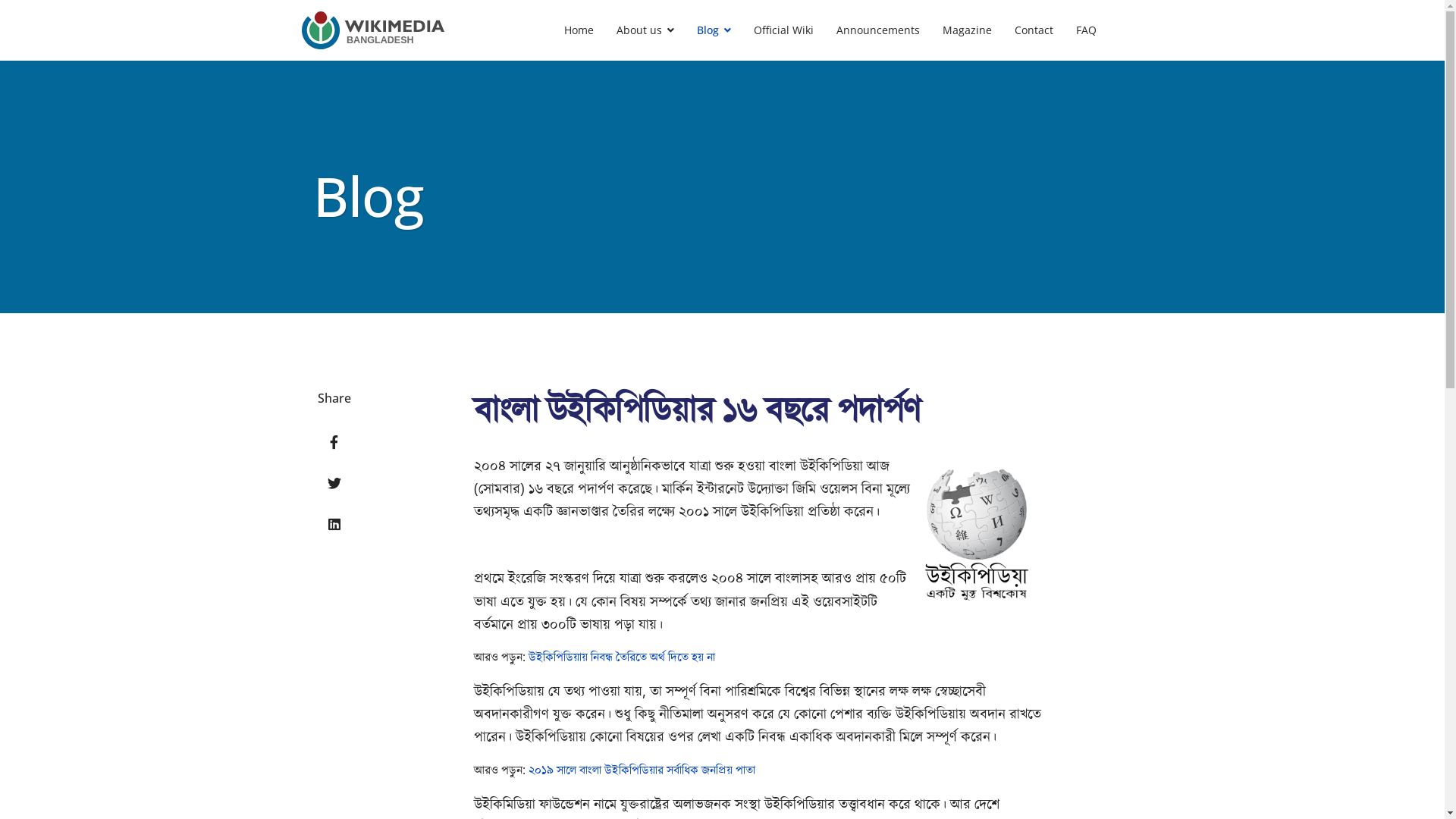 The height and width of the screenshot is (819, 1456). I want to click on 'Official Wiki', so click(783, 30).